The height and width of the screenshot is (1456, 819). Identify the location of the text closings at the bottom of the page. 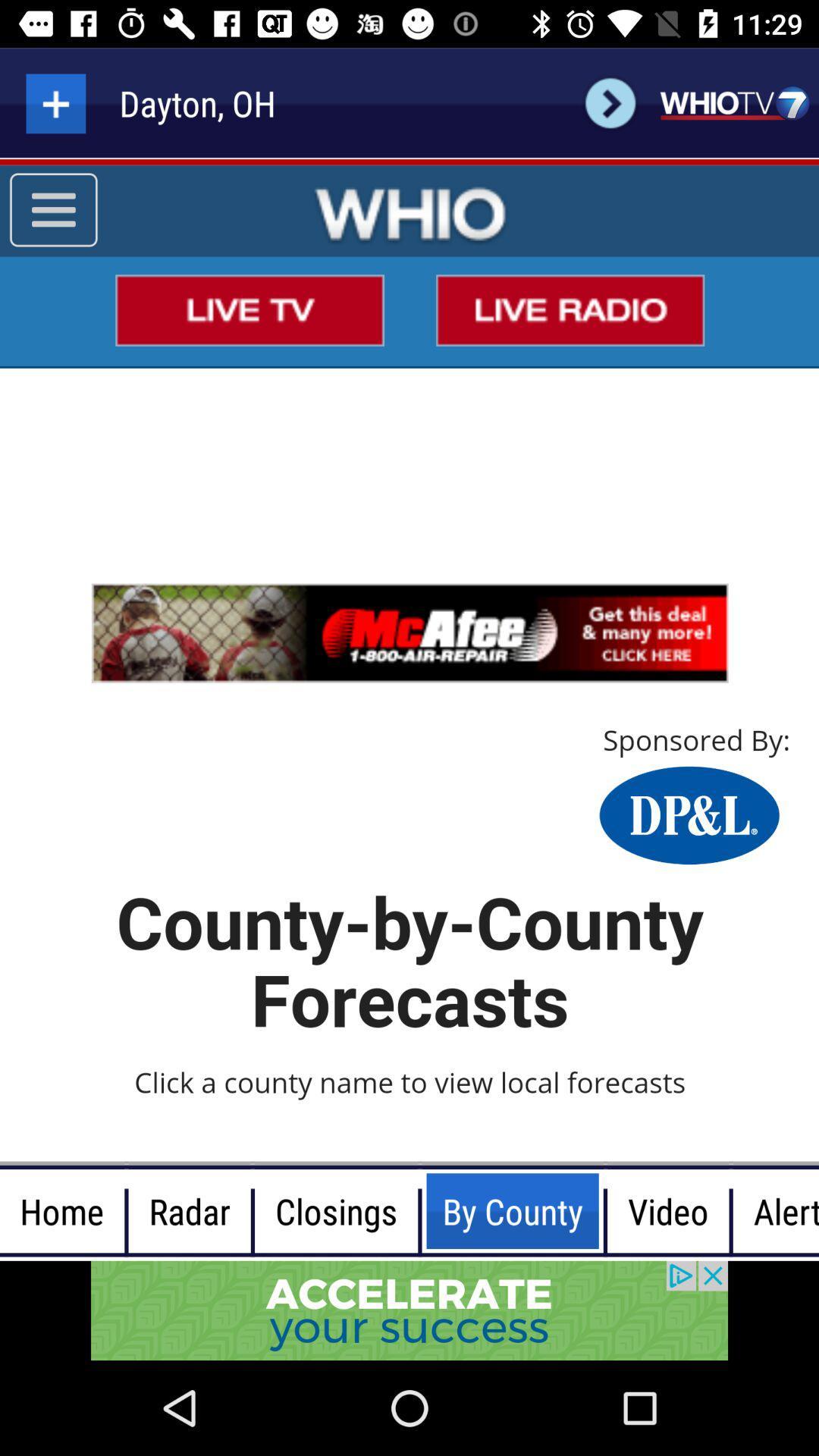
(335, 1210).